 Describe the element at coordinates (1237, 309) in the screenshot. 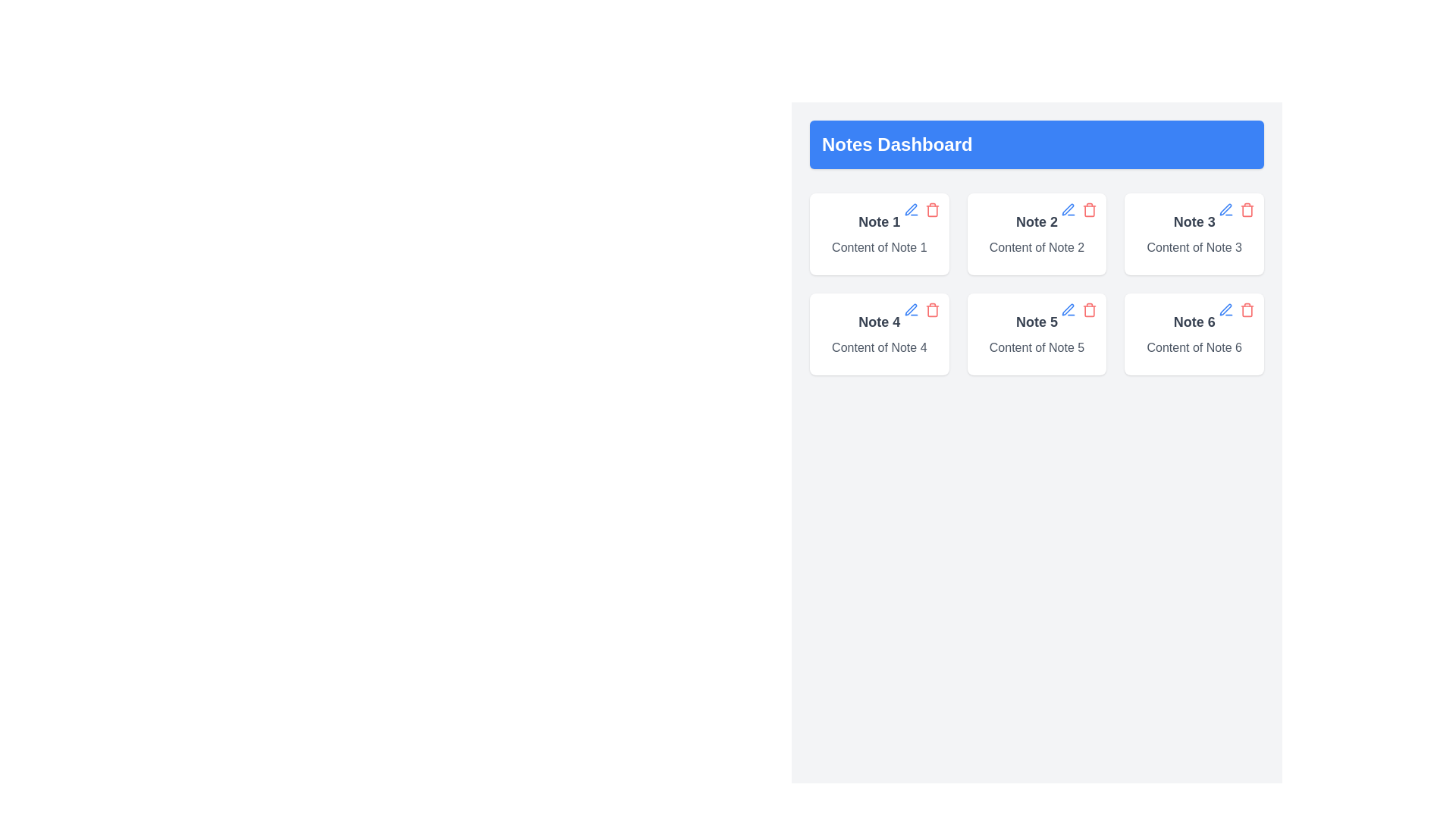

I see `the interactive icon group in the top-right corner of the 'Note 6' card, which contains a blue pen and a red trash bin` at that location.